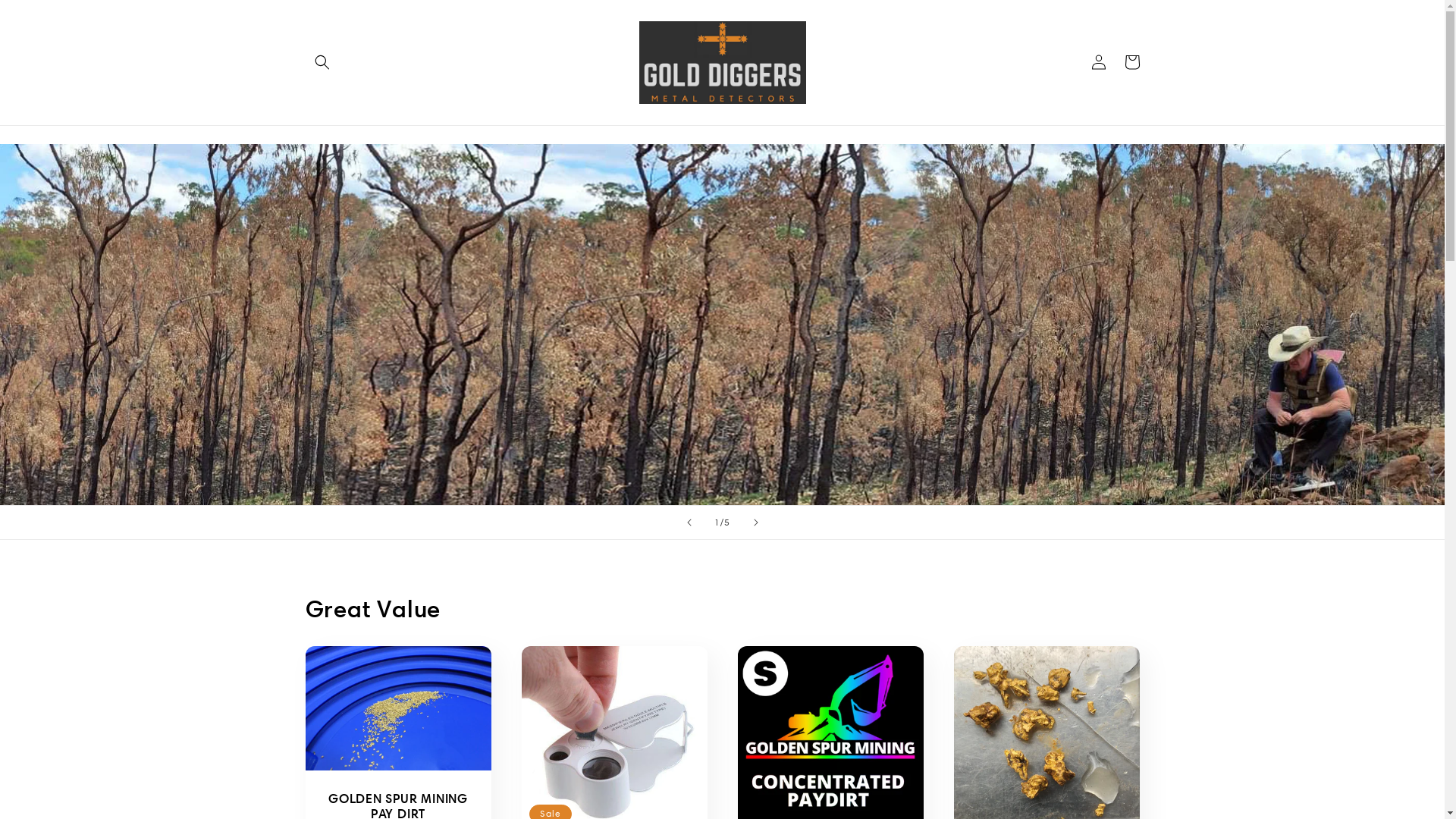 This screenshot has height=819, width=1456. What do you see at coordinates (1098, 61) in the screenshot?
I see `'Log in'` at bounding box center [1098, 61].